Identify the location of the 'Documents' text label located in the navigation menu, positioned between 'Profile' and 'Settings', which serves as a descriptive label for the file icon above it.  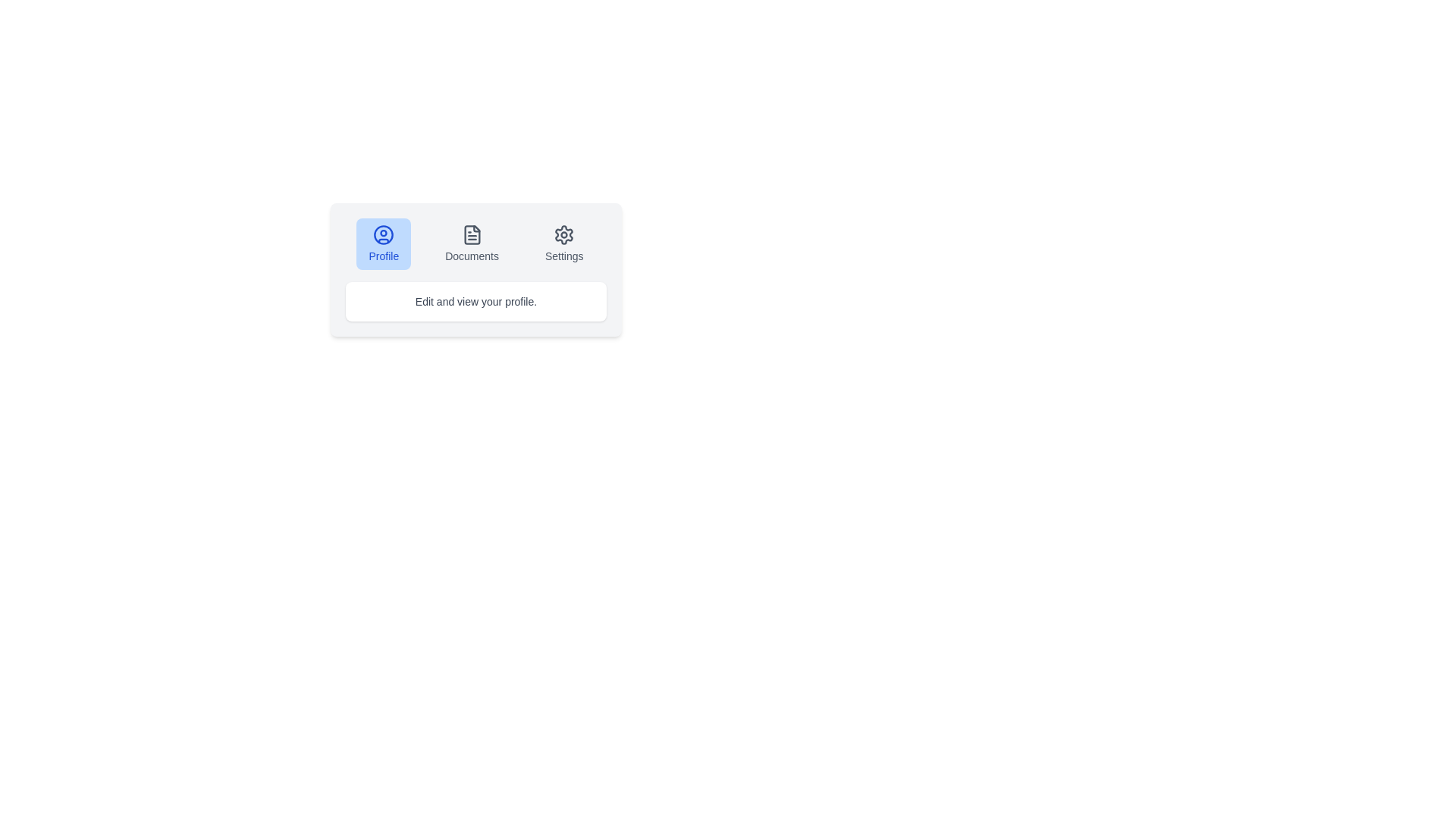
(471, 256).